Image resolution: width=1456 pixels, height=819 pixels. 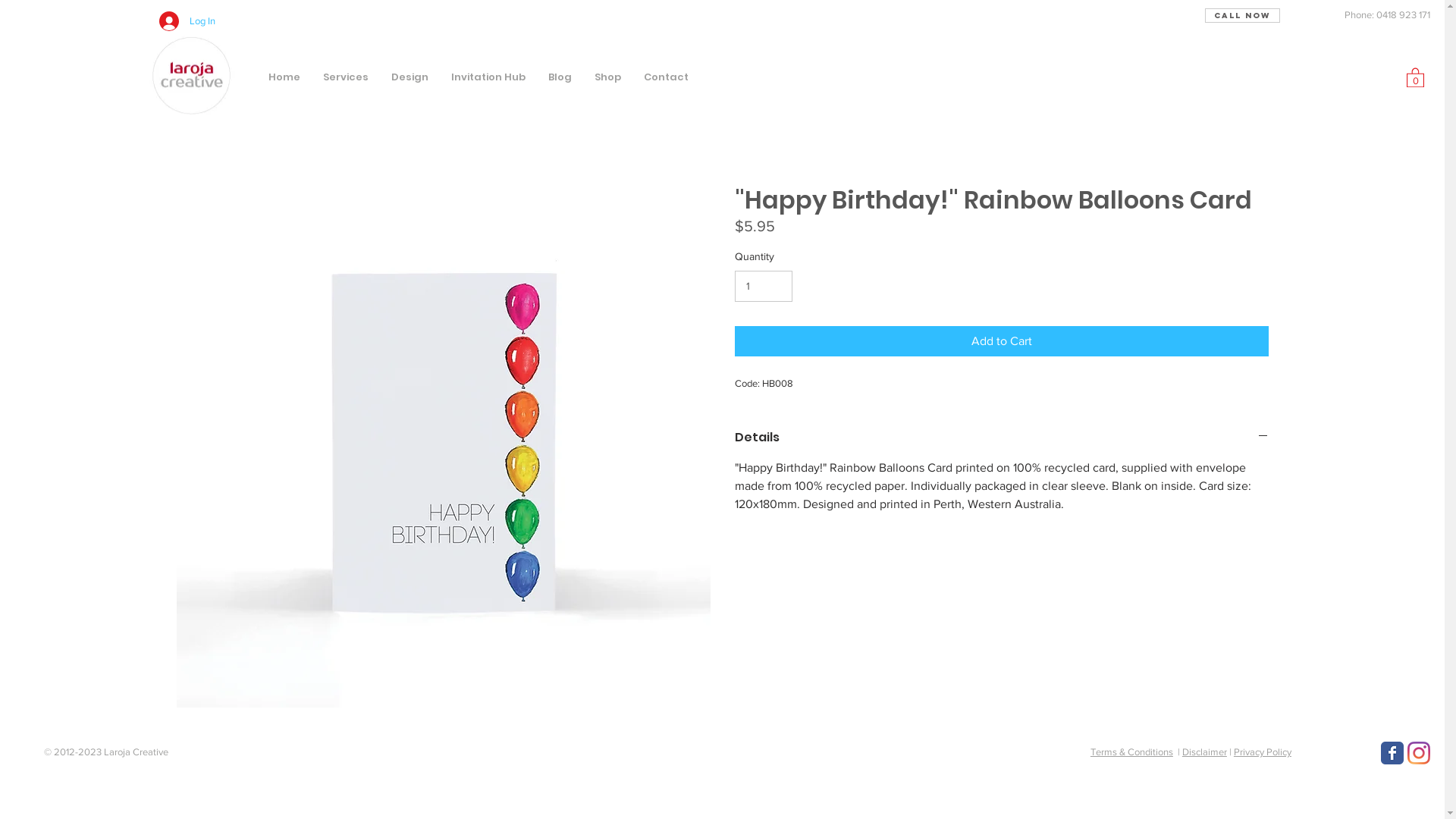 What do you see at coordinates (1263, 752) in the screenshot?
I see `'Privacy Policy'` at bounding box center [1263, 752].